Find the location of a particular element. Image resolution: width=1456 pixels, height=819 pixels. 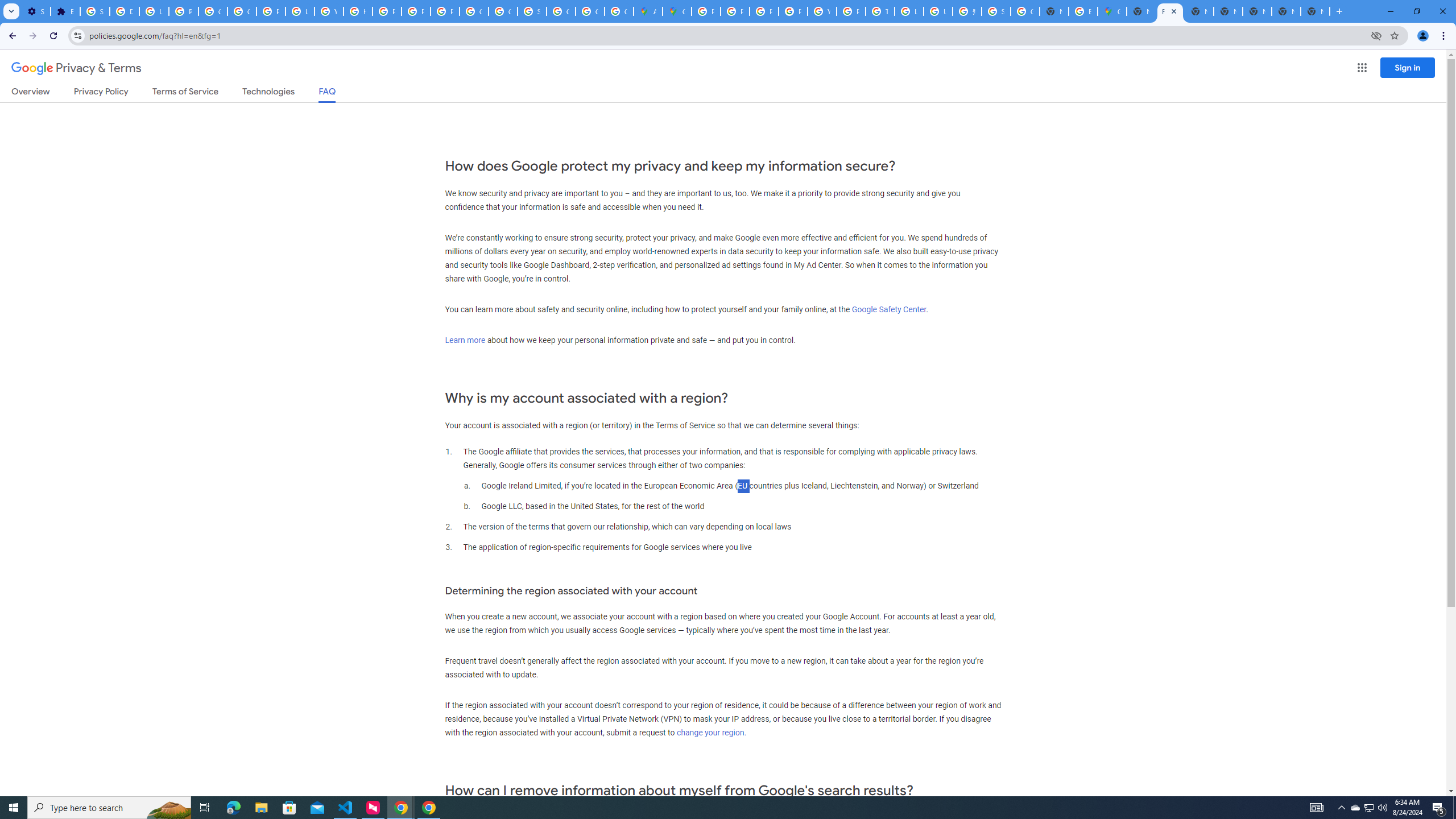

'New Tab' is located at coordinates (1314, 11).